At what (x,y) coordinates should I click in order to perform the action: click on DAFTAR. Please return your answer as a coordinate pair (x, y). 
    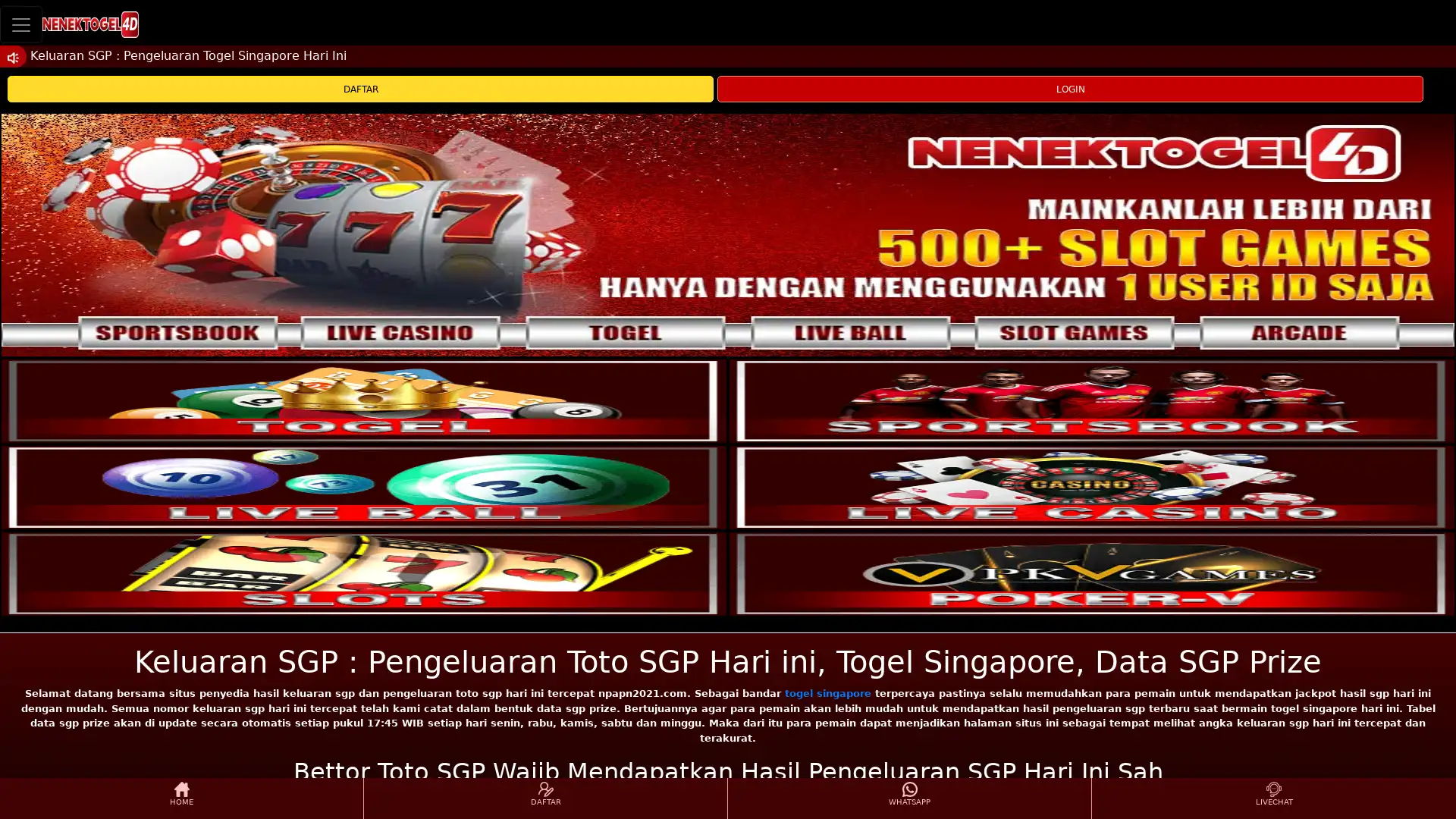
    Looking at the image, I should click on (359, 89).